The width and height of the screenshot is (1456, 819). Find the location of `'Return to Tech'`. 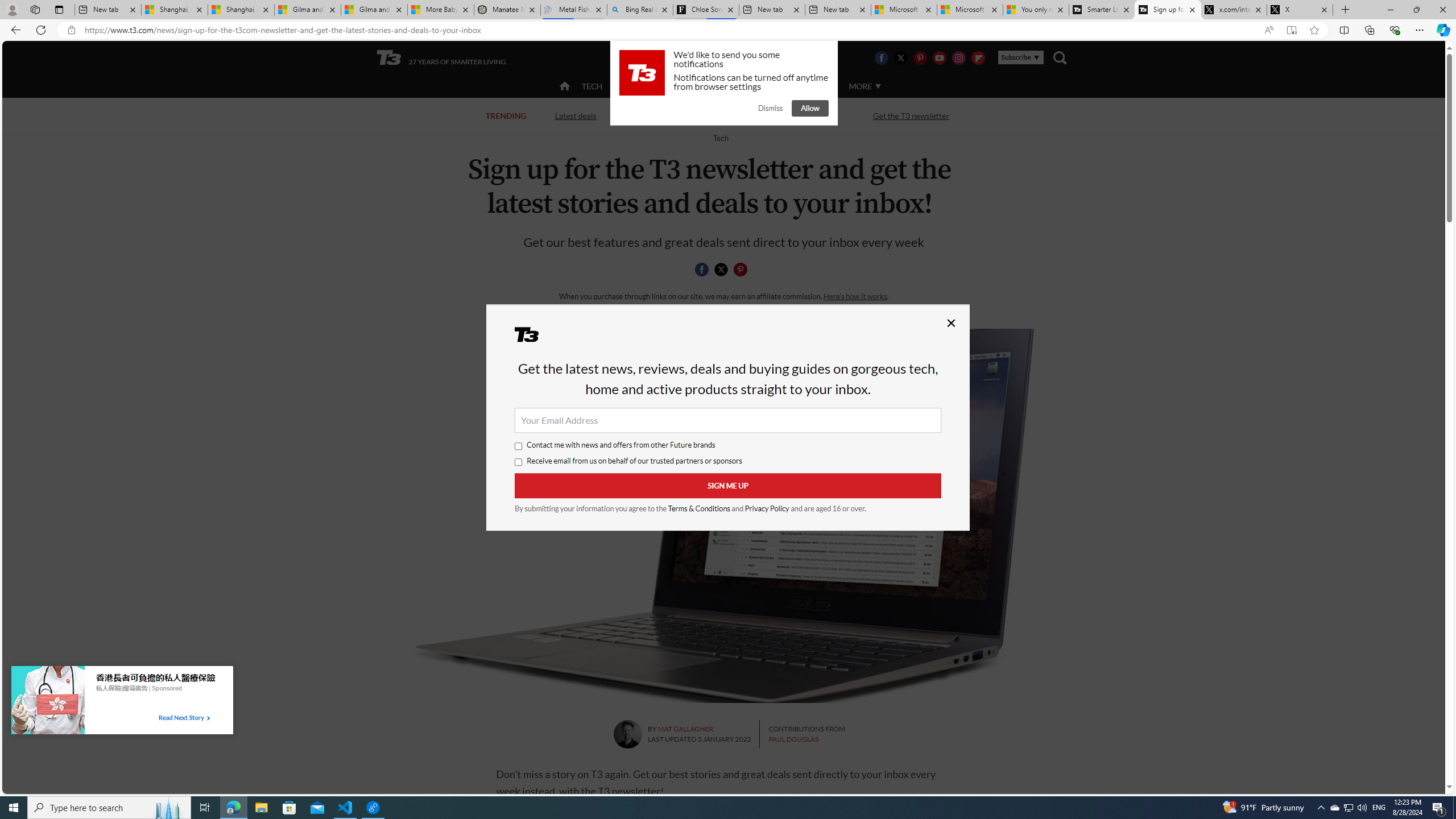

'Return to Tech' is located at coordinates (721, 137).